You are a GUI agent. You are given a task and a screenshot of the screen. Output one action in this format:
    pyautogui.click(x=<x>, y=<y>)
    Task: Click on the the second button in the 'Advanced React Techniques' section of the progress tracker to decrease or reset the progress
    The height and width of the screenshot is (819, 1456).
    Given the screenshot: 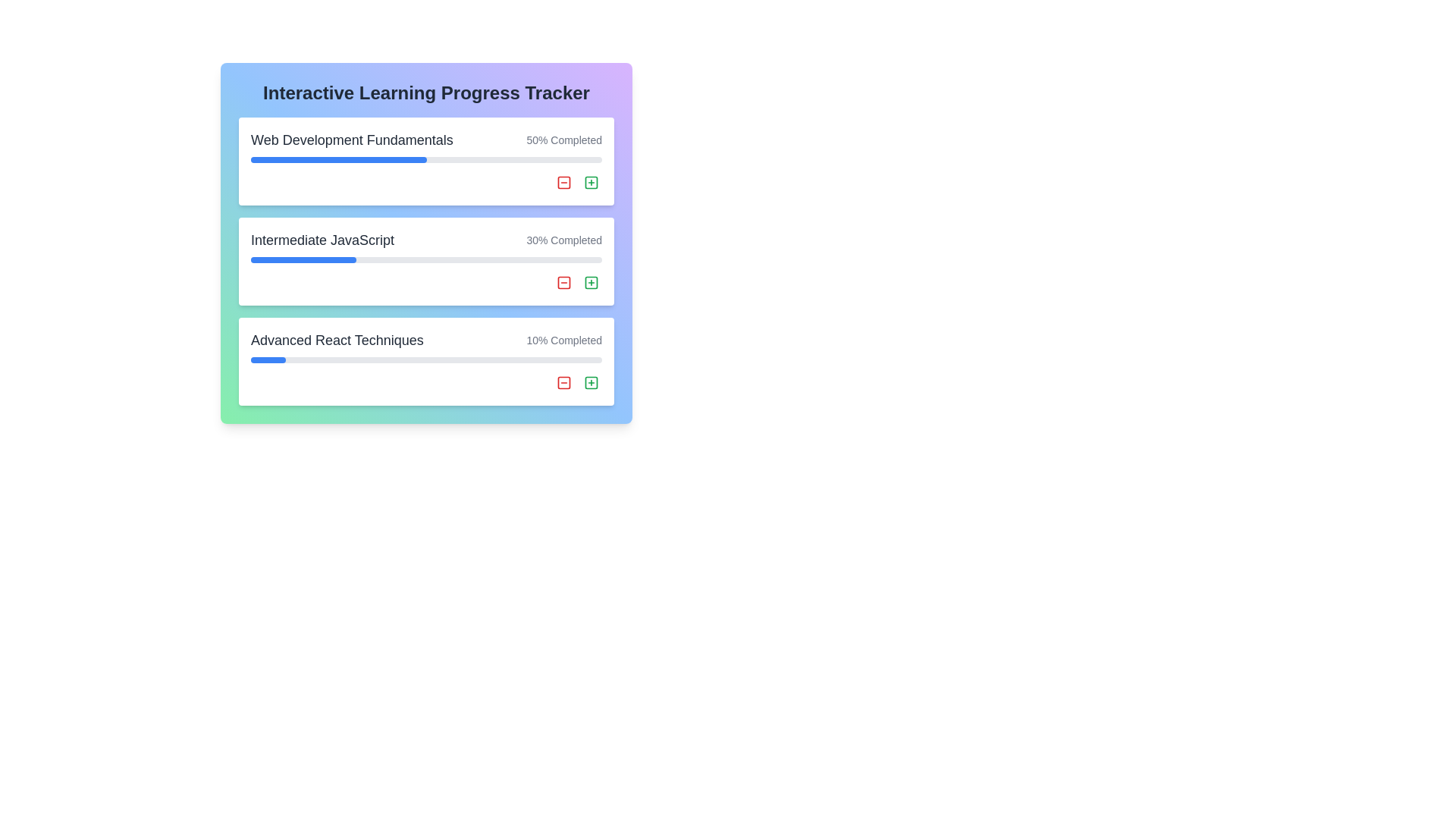 What is the action you would take?
    pyautogui.click(x=563, y=382)
    